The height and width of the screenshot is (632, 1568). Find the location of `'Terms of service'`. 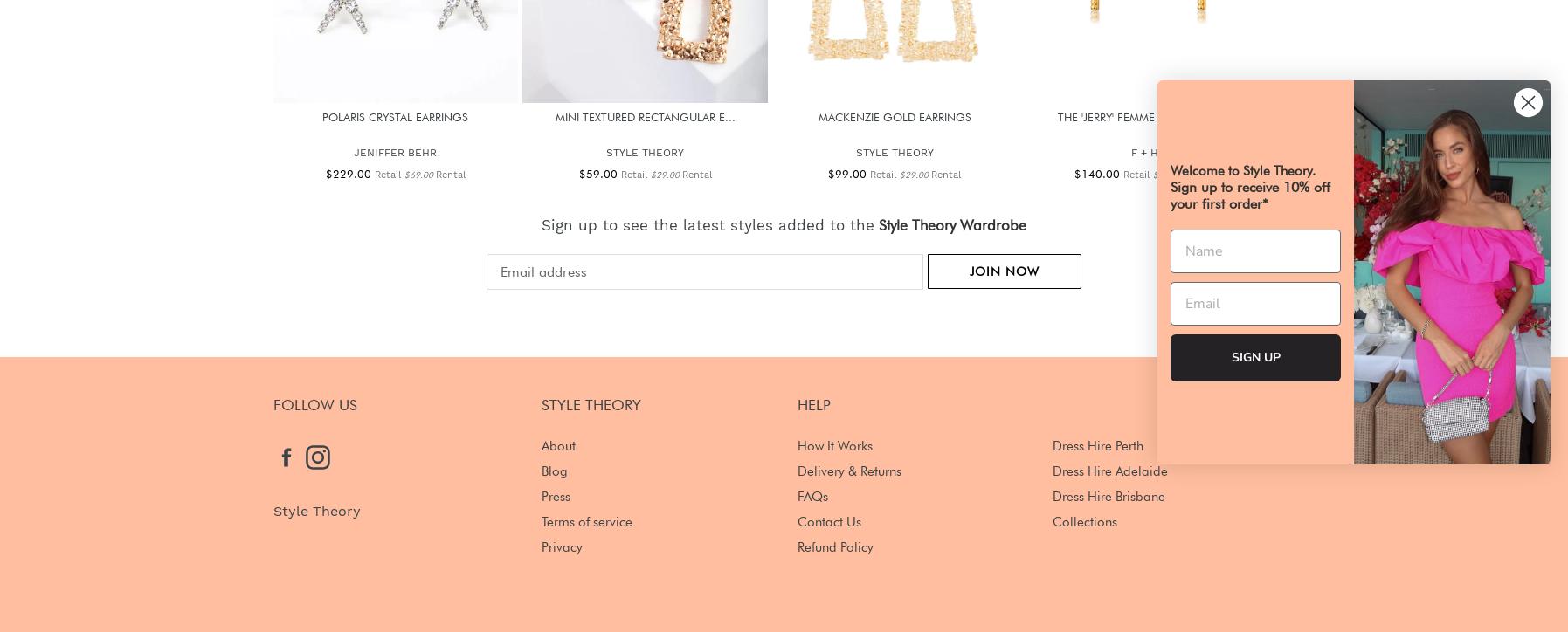

'Terms of service' is located at coordinates (586, 522).